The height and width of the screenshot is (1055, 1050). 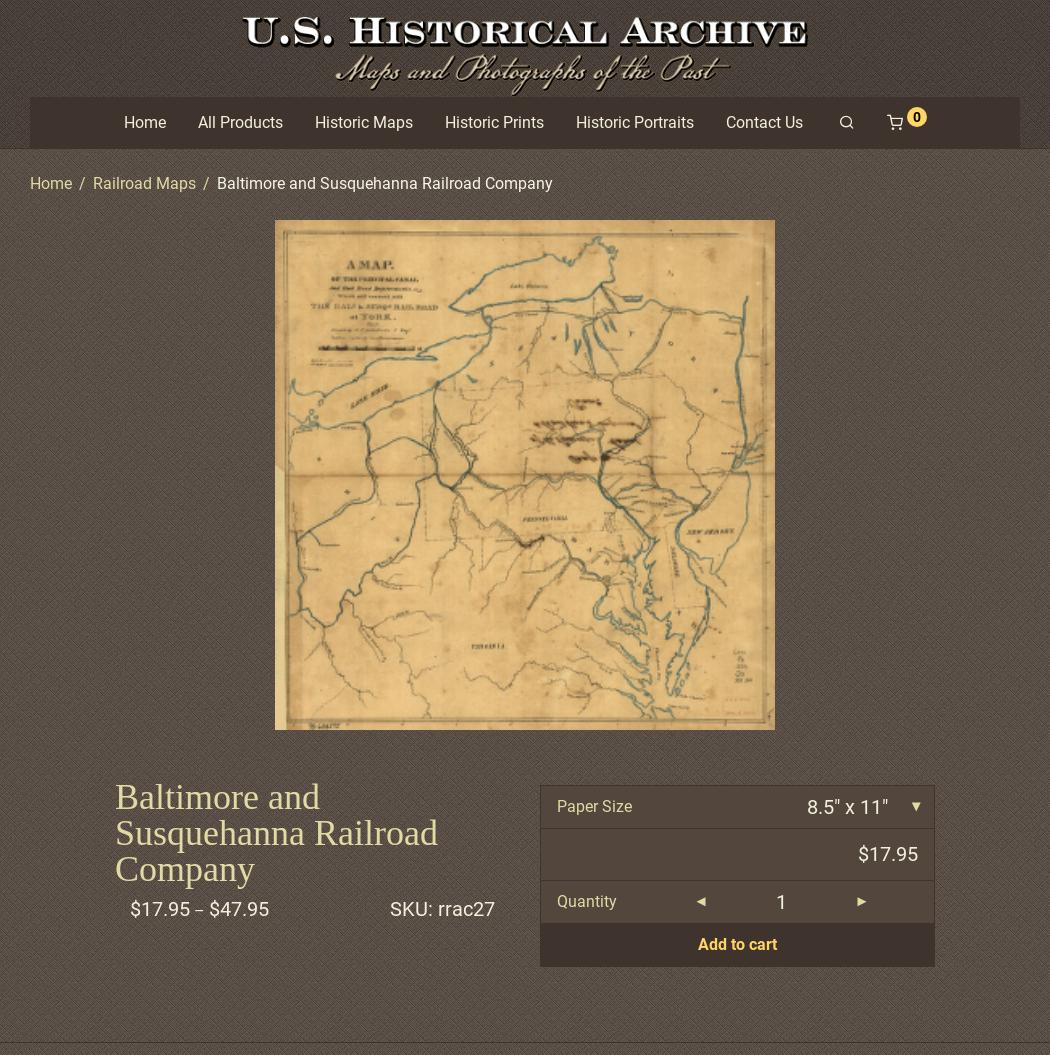 I want to click on 'Contact Us', so click(x=763, y=121).